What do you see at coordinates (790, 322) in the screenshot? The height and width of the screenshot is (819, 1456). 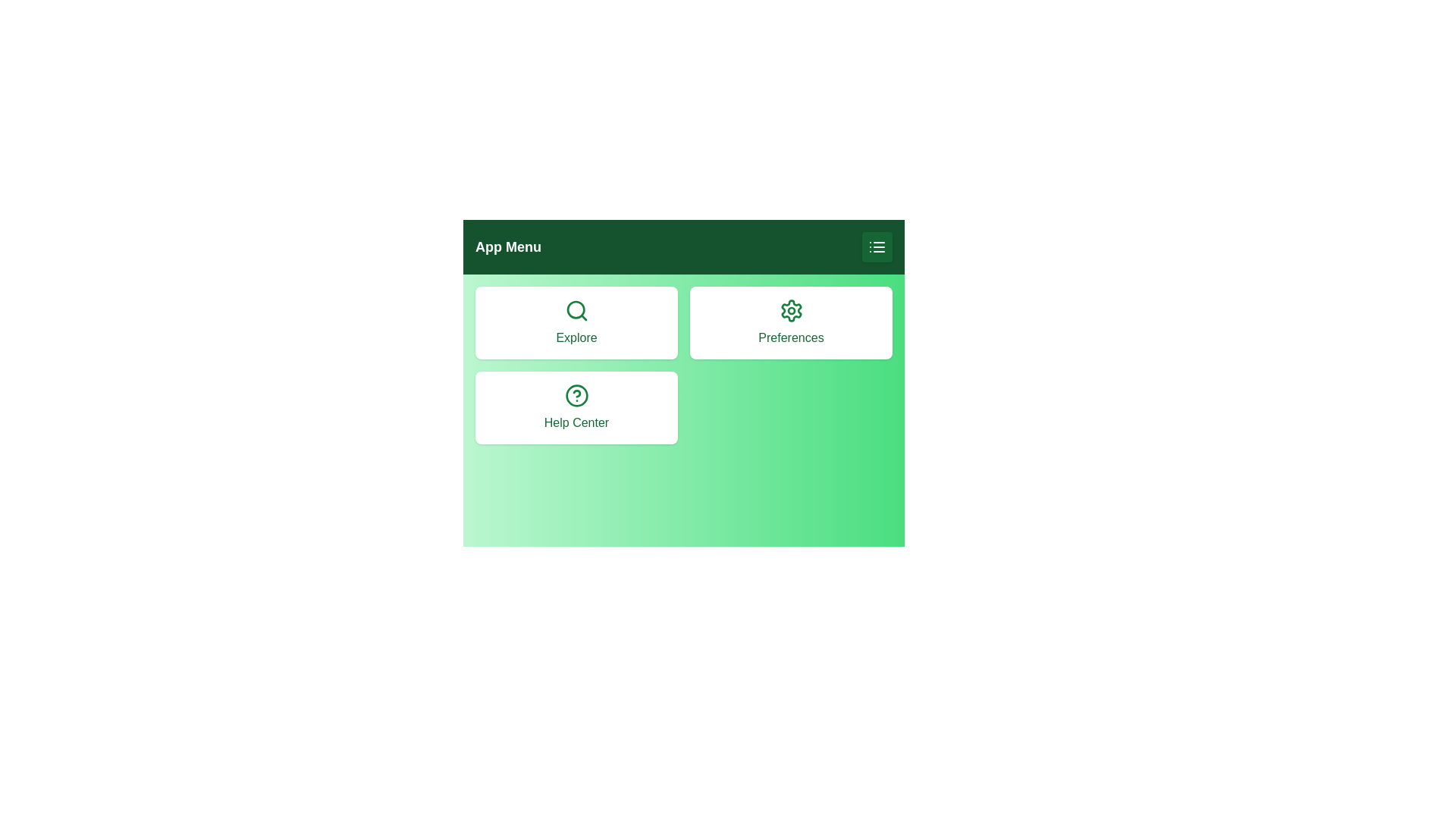 I see `the 'Preferences' button to select it` at bounding box center [790, 322].